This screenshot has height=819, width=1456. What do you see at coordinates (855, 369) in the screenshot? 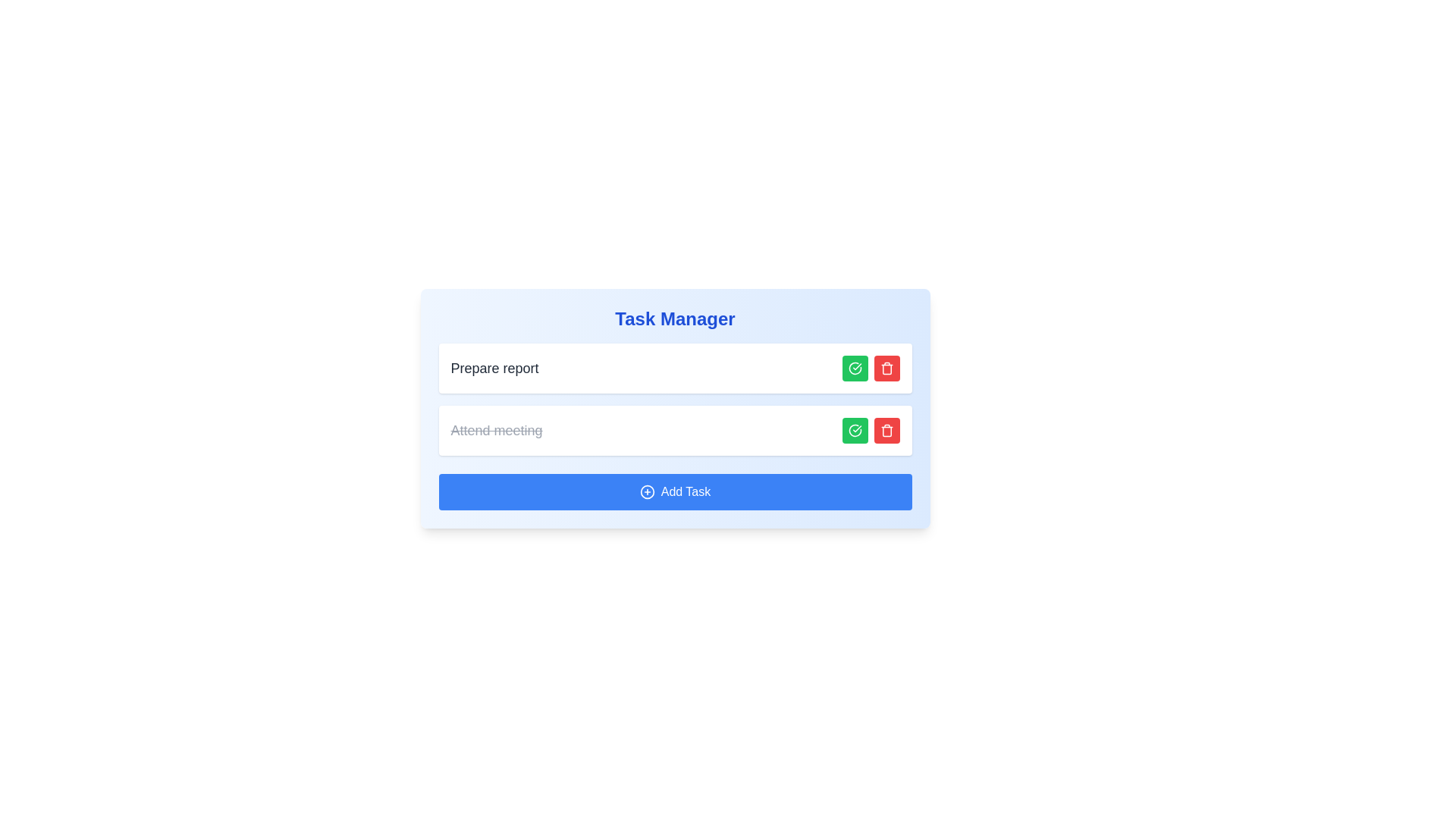
I see `the 'Complete' button associated with the 'Prepare report' task in the task manager interface to observe the hover effects` at bounding box center [855, 369].